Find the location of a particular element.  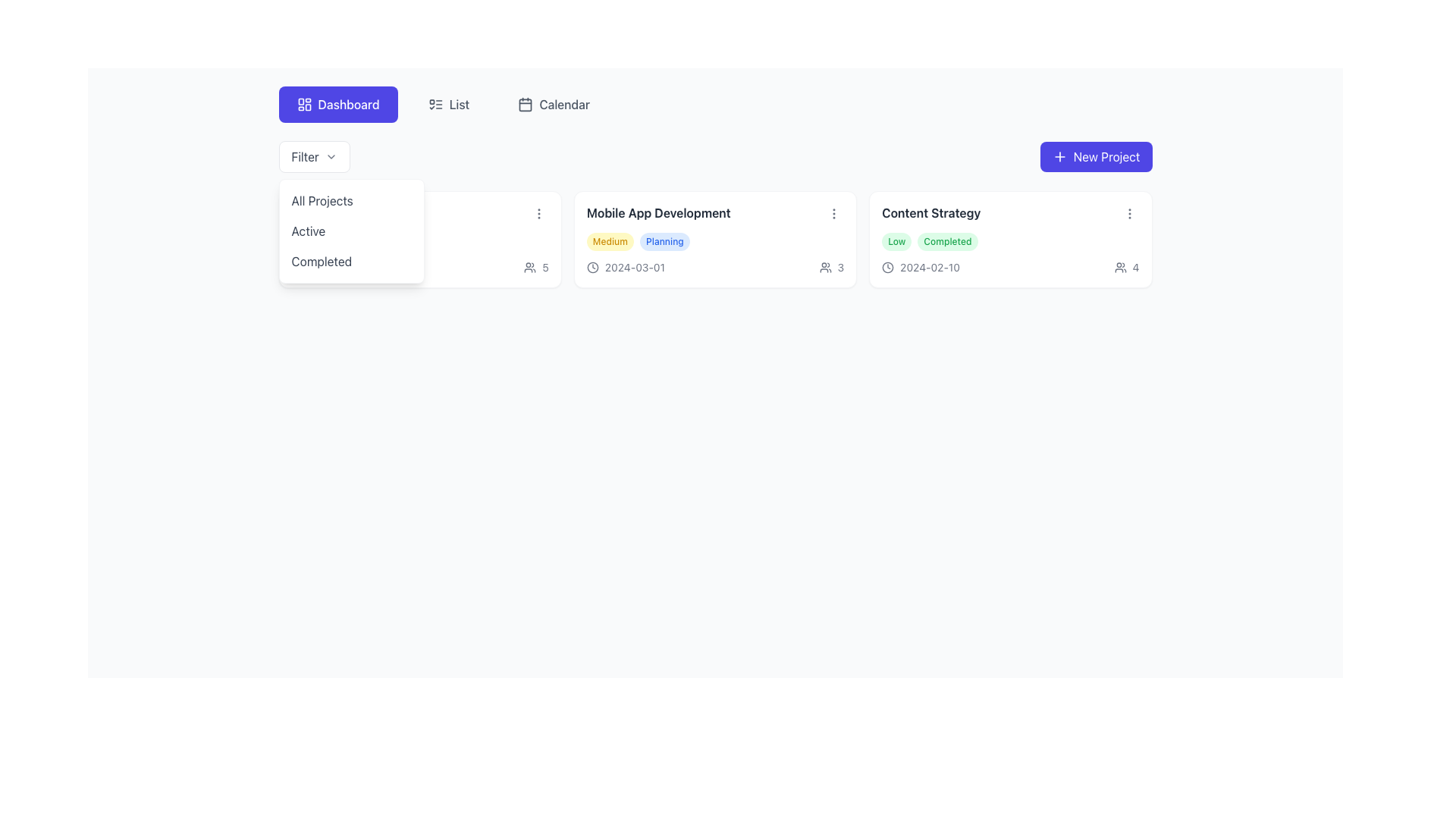

the Dropdown menu trigger located in the header section is located at coordinates (313, 157).